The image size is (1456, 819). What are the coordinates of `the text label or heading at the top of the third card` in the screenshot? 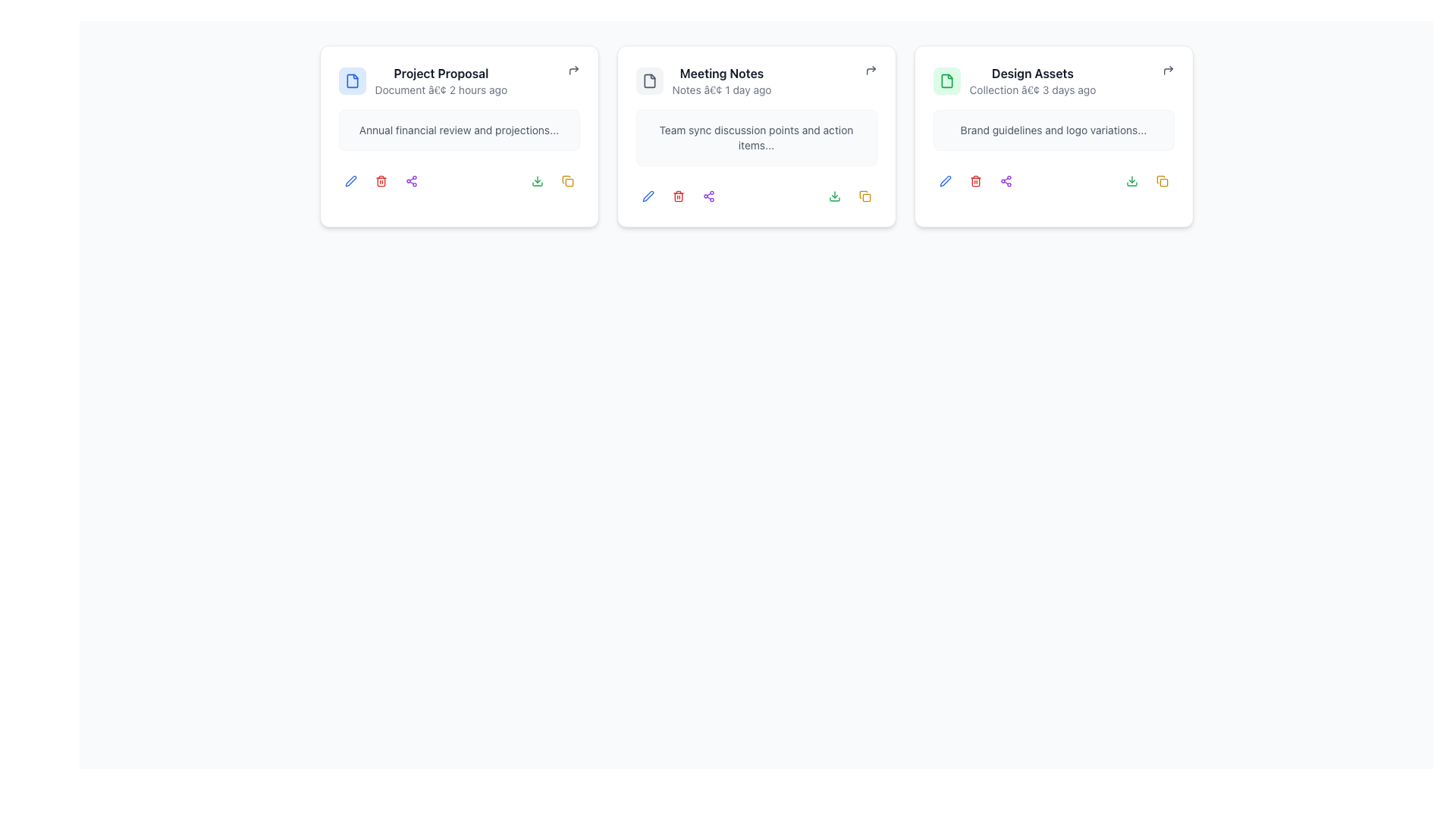 It's located at (1031, 73).